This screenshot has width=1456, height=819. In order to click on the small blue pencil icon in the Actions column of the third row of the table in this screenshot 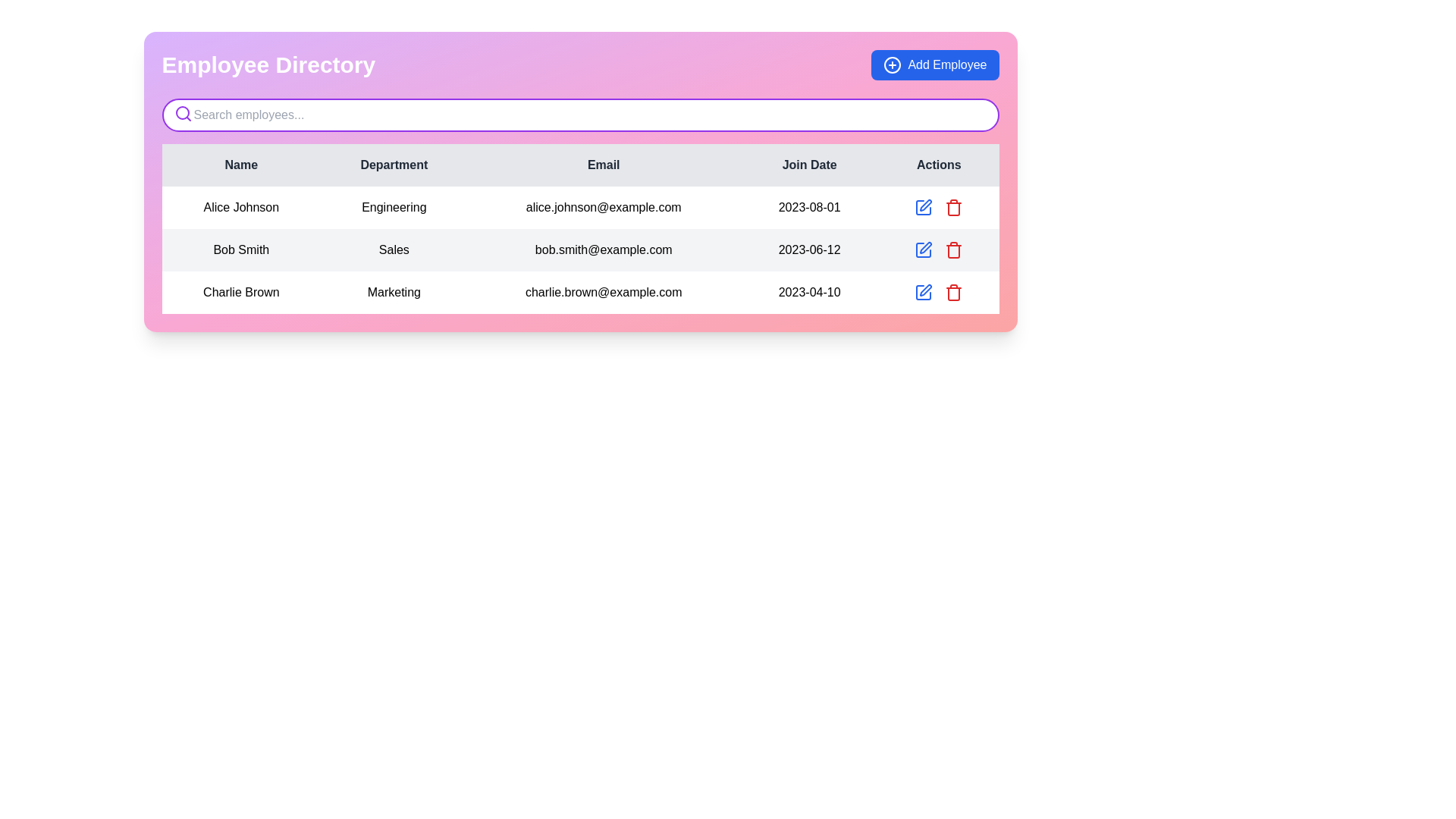, I will do `click(925, 290)`.